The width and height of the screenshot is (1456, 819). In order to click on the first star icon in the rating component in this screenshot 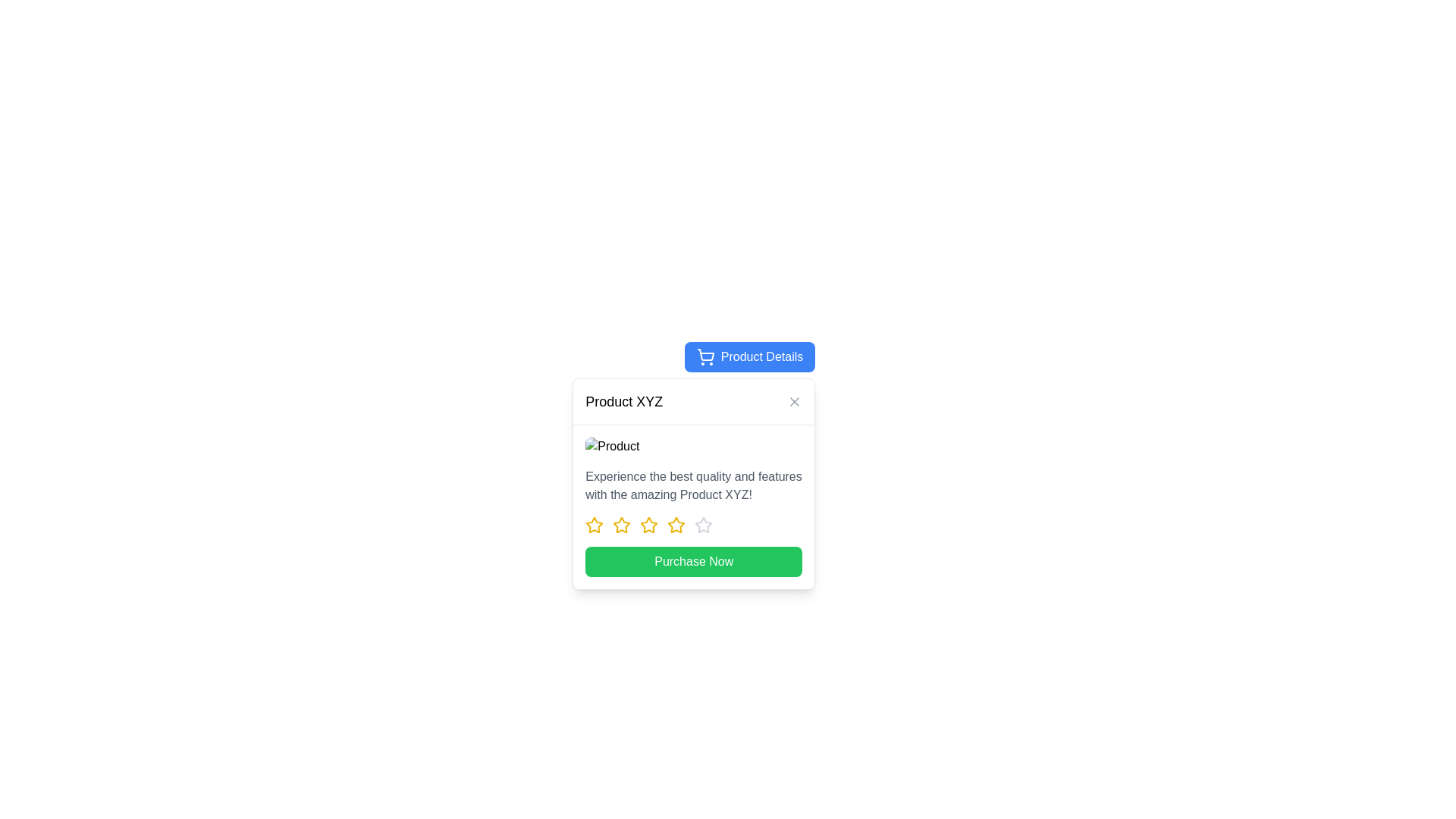, I will do `click(594, 524)`.